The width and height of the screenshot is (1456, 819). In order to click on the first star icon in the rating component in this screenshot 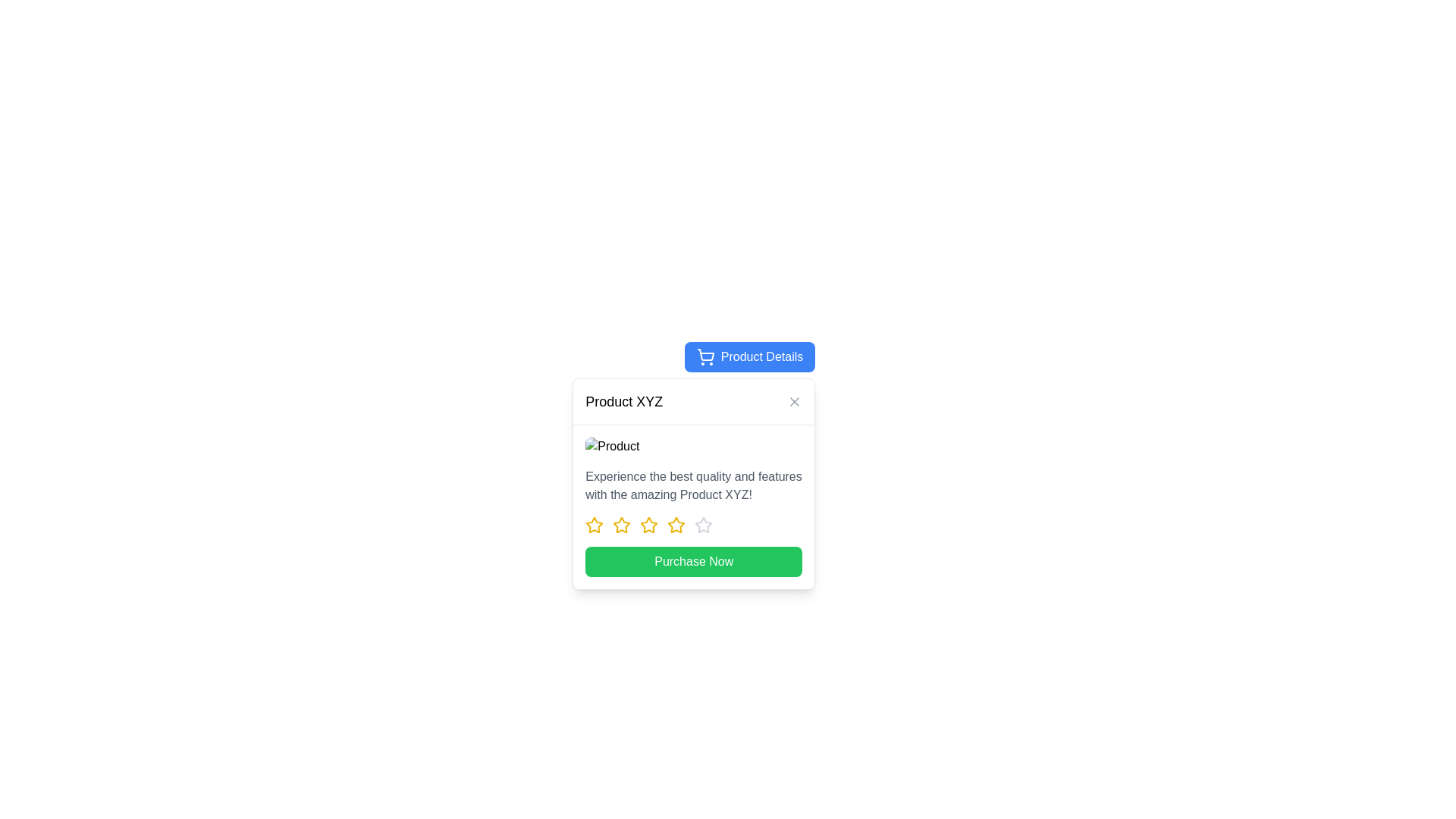, I will do `click(594, 524)`.